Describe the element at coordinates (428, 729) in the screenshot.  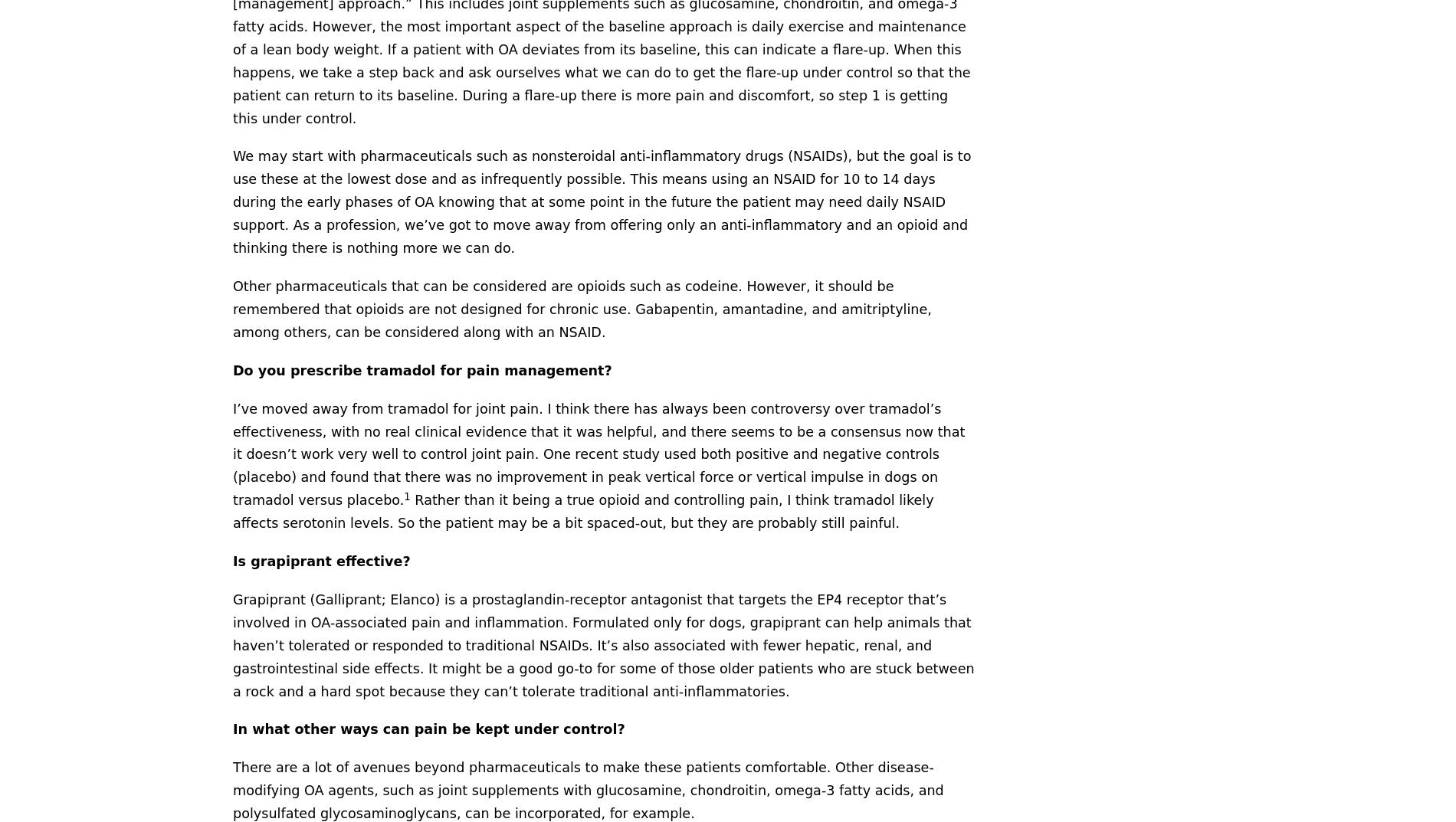
I see `'In what other ways can pain be kept under control?'` at that location.